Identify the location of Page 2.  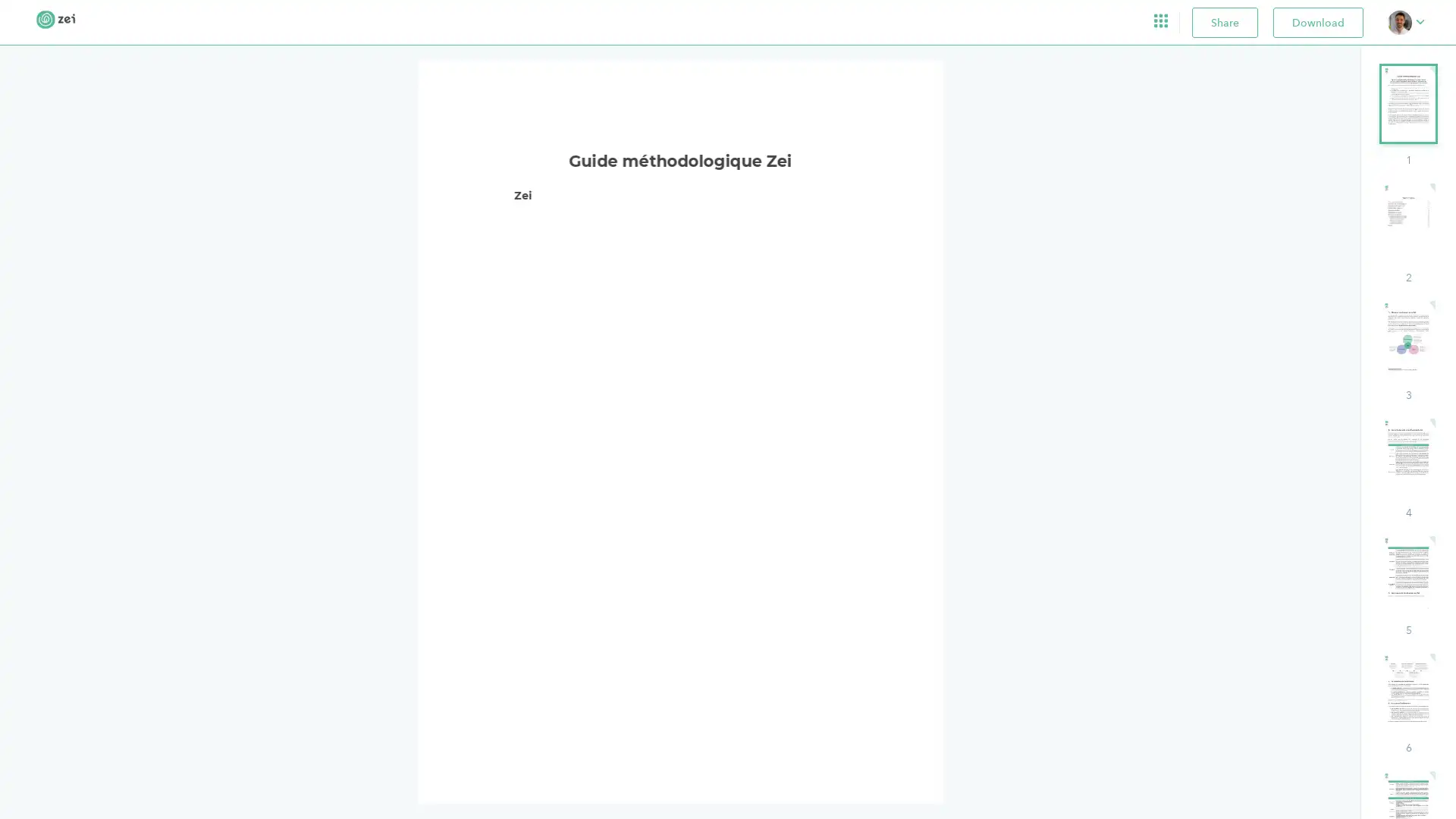
(1407, 234).